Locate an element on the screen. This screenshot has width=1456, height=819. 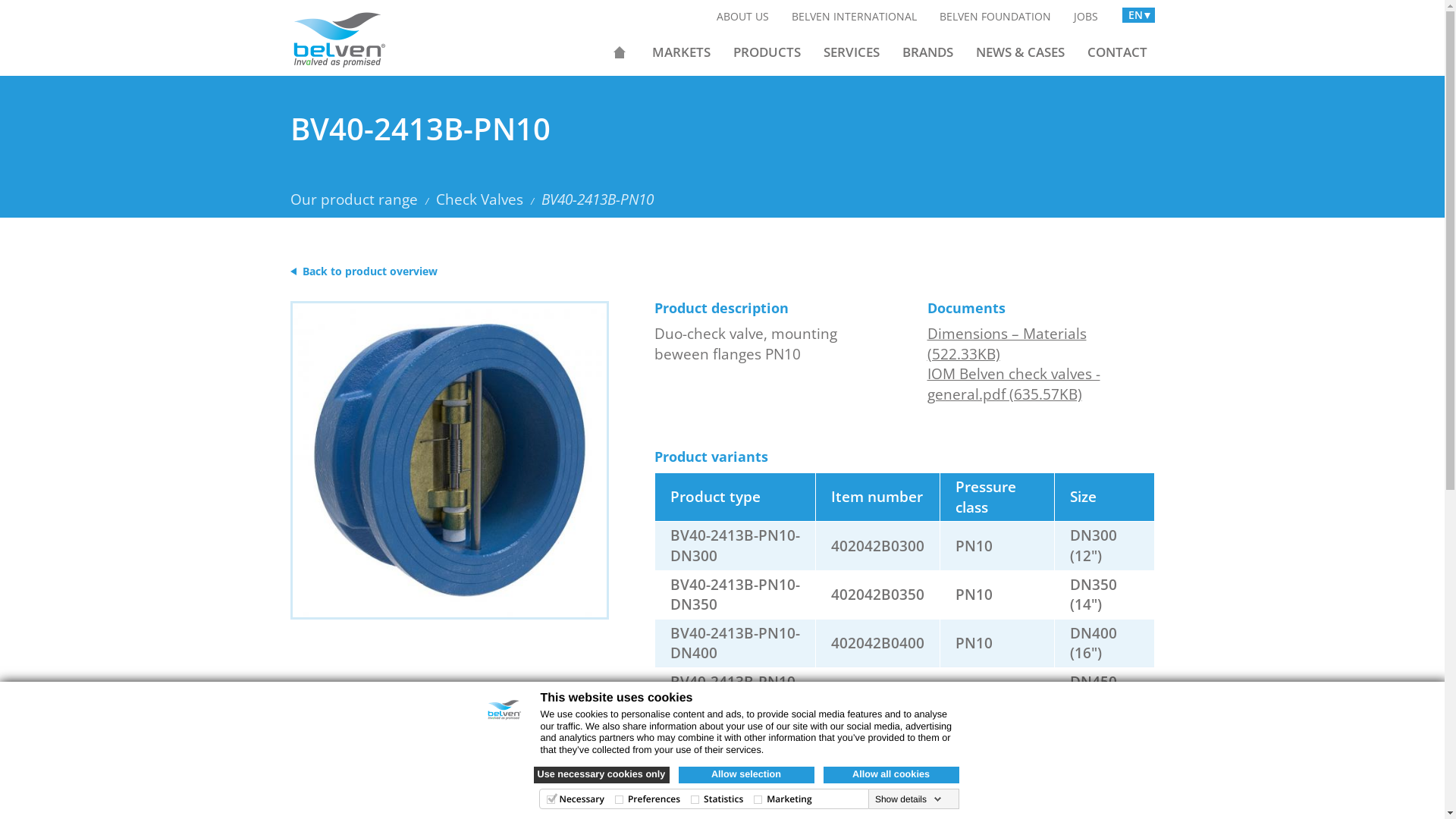
'Allow selection' is located at coordinates (745, 775).